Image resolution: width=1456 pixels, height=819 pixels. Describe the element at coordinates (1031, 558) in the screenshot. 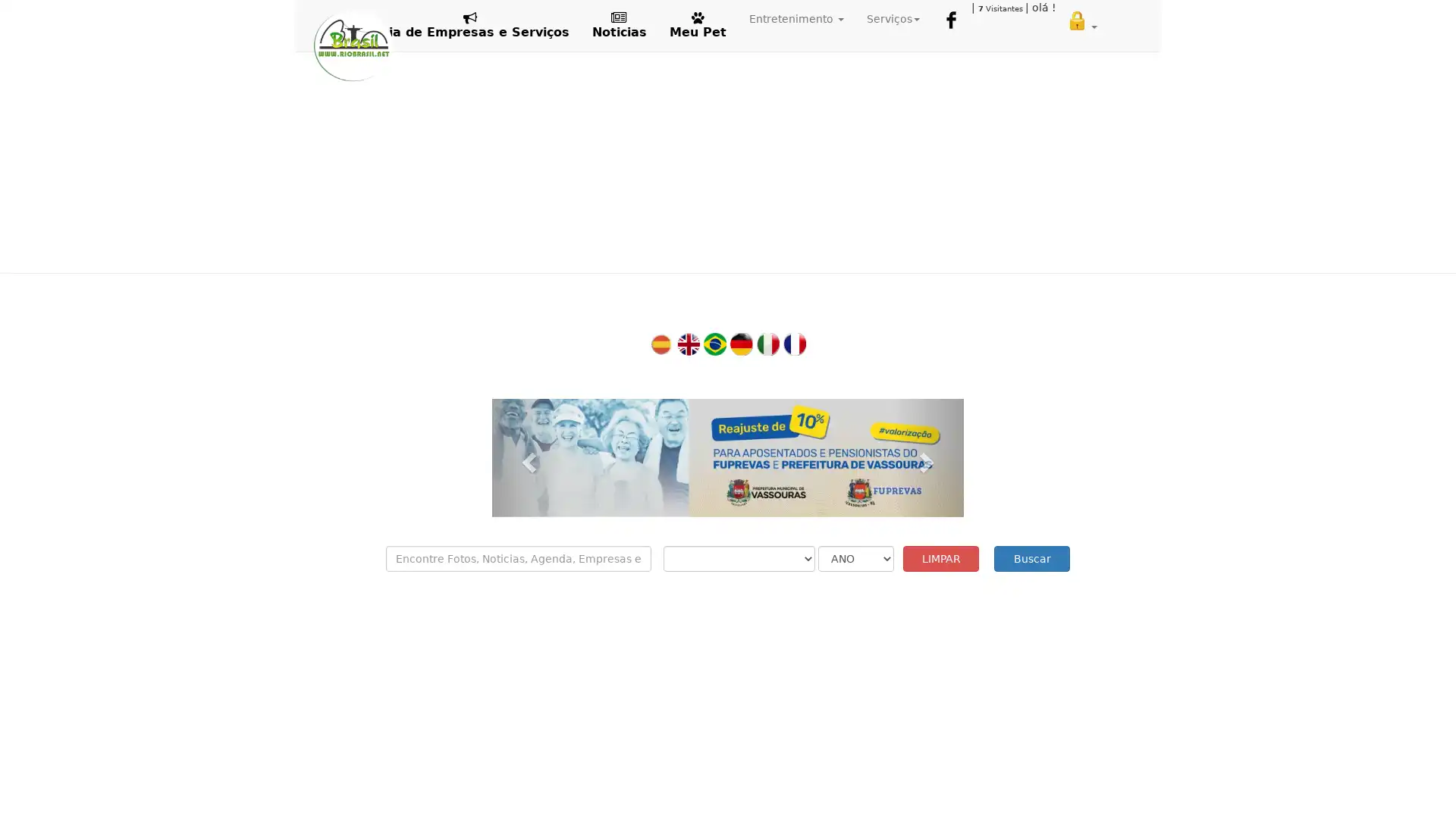

I see `Buscar` at that location.